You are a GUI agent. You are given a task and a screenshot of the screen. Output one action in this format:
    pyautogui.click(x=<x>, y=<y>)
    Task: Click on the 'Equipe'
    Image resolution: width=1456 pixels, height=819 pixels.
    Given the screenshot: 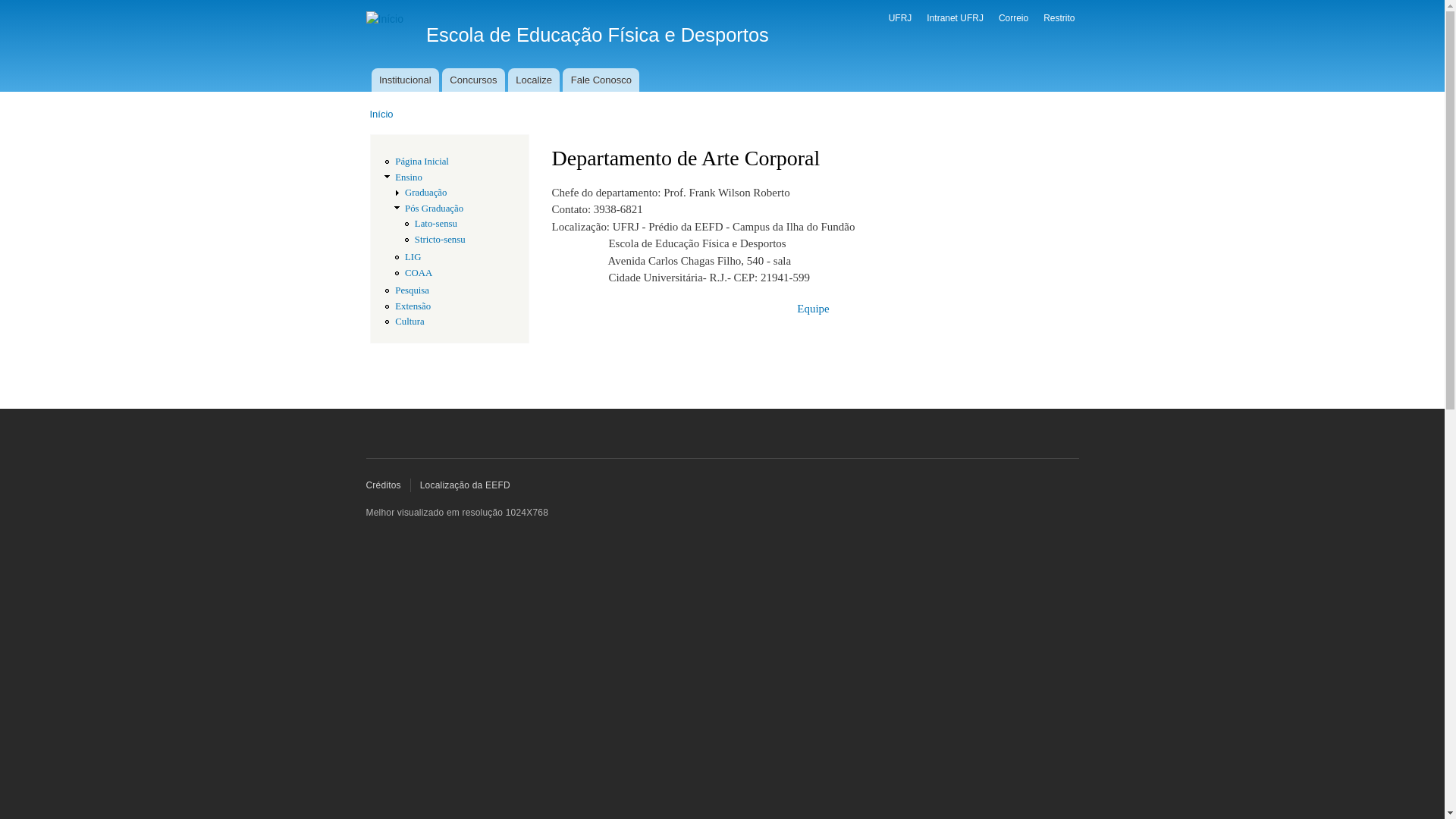 What is the action you would take?
    pyautogui.click(x=811, y=308)
    